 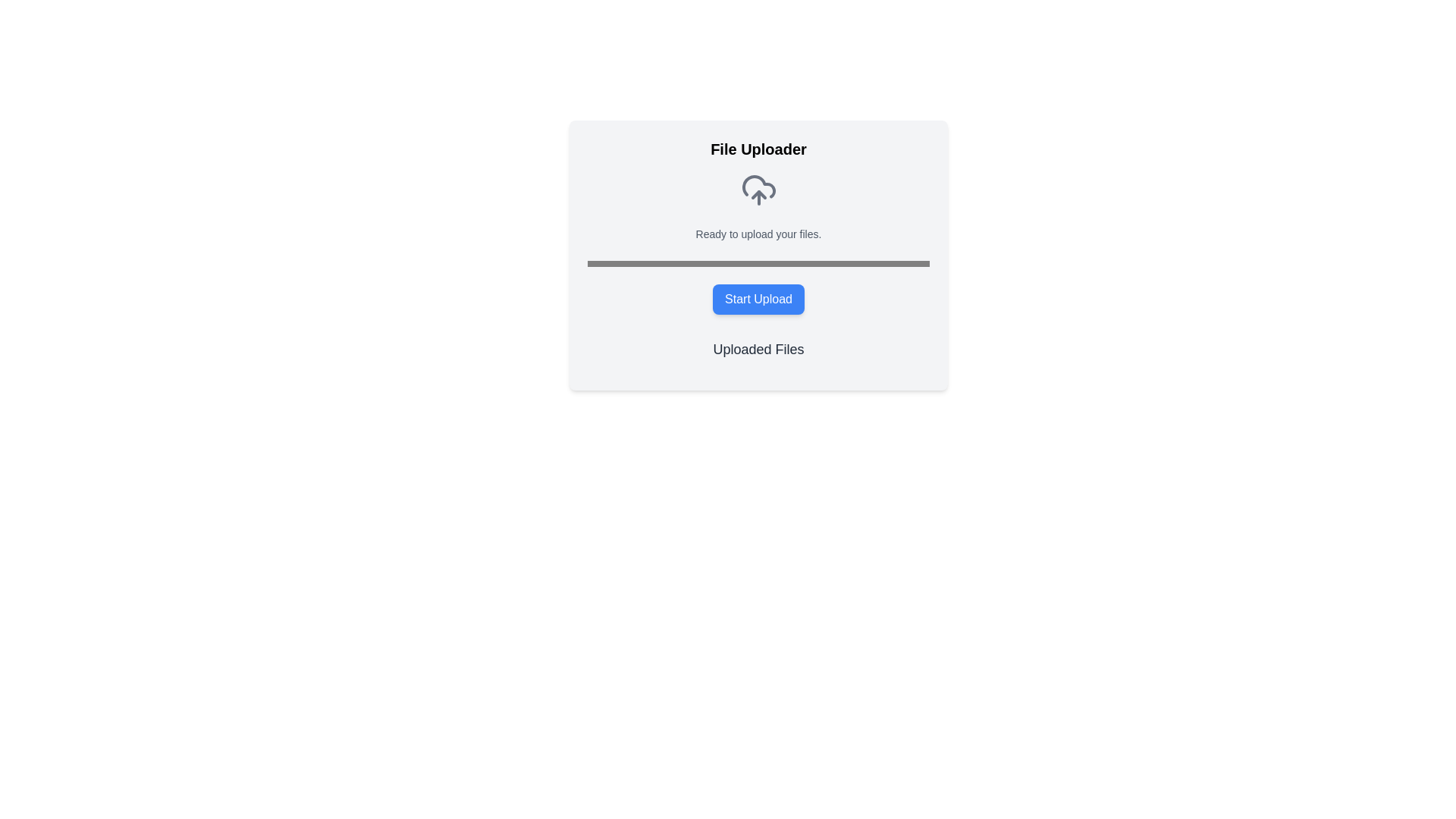 What do you see at coordinates (758, 299) in the screenshot?
I see `the upload button in the file uploader interface for accessibility interaction` at bounding box center [758, 299].